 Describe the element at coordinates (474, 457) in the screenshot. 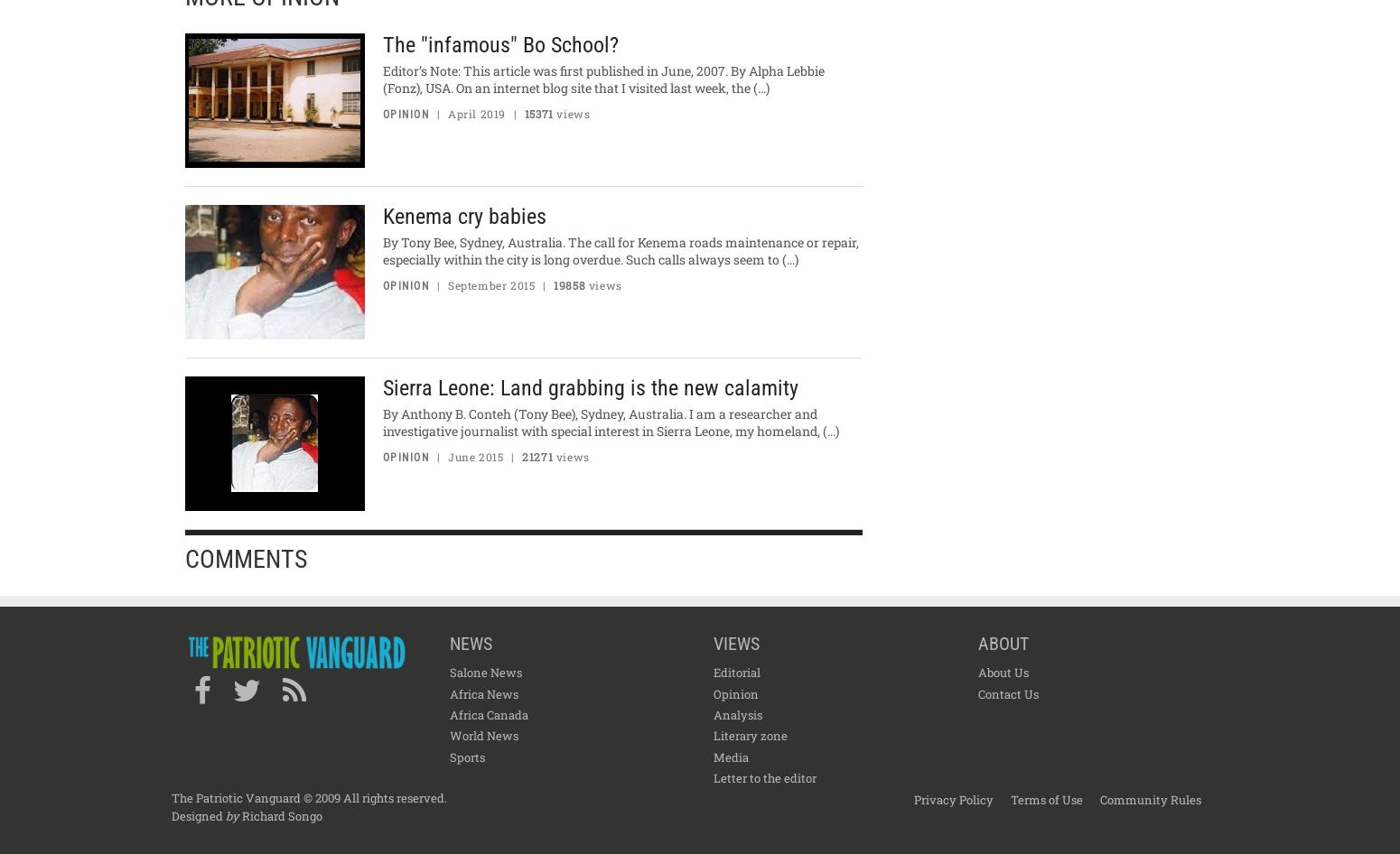

I see `'June 2015'` at that location.